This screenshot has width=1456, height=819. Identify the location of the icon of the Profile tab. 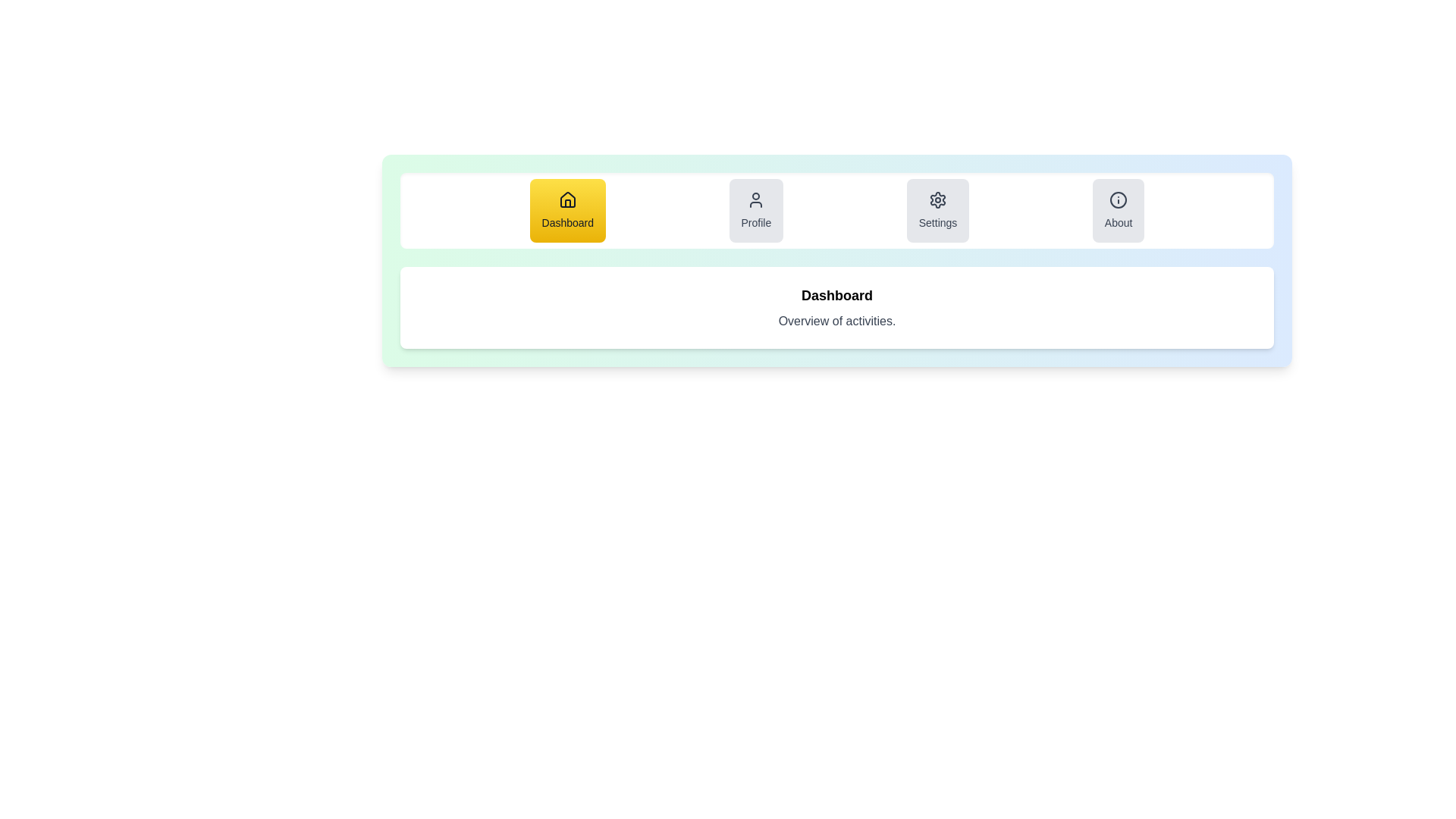
(756, 199).